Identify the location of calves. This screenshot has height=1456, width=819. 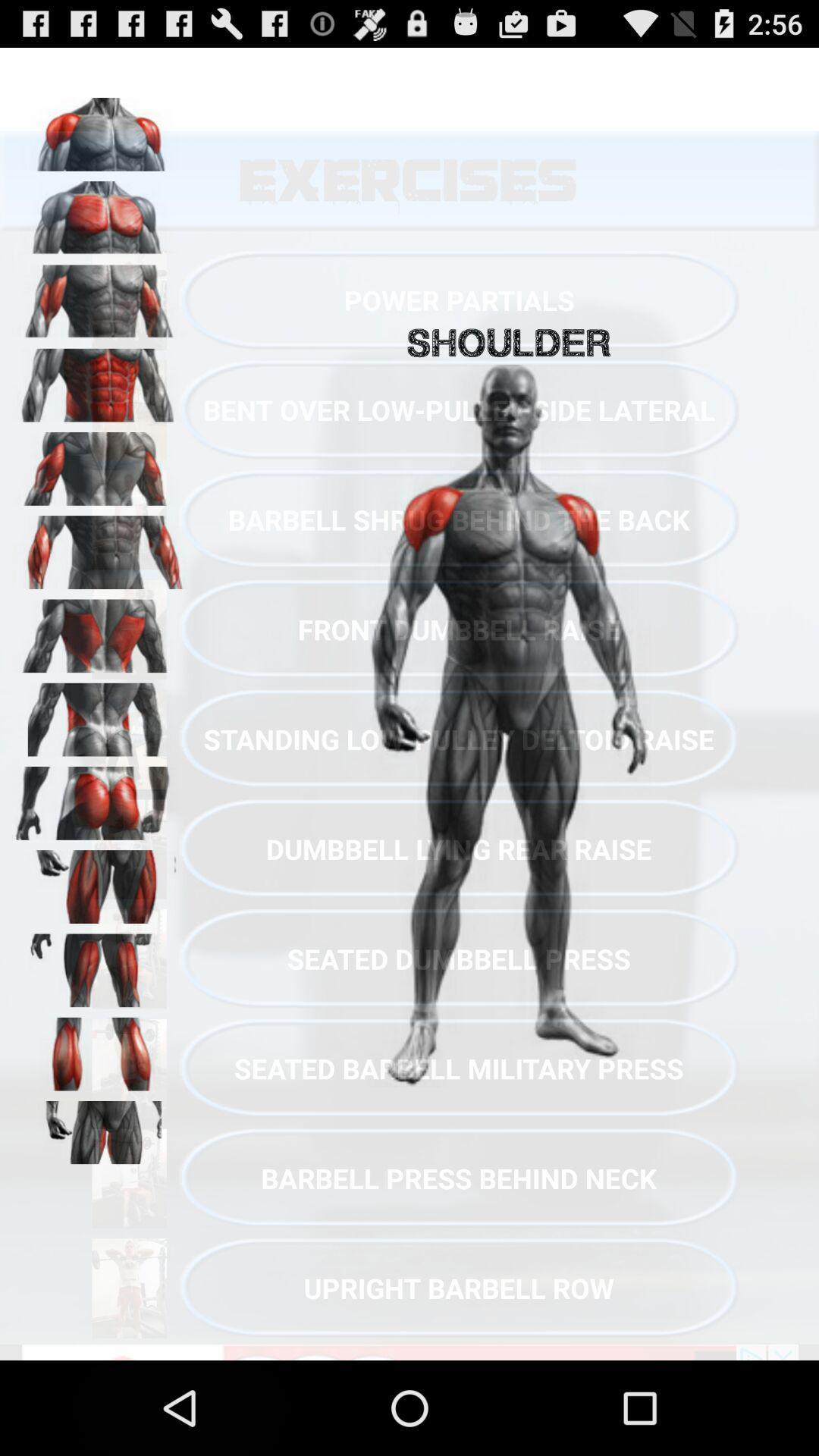
(99, 1048).